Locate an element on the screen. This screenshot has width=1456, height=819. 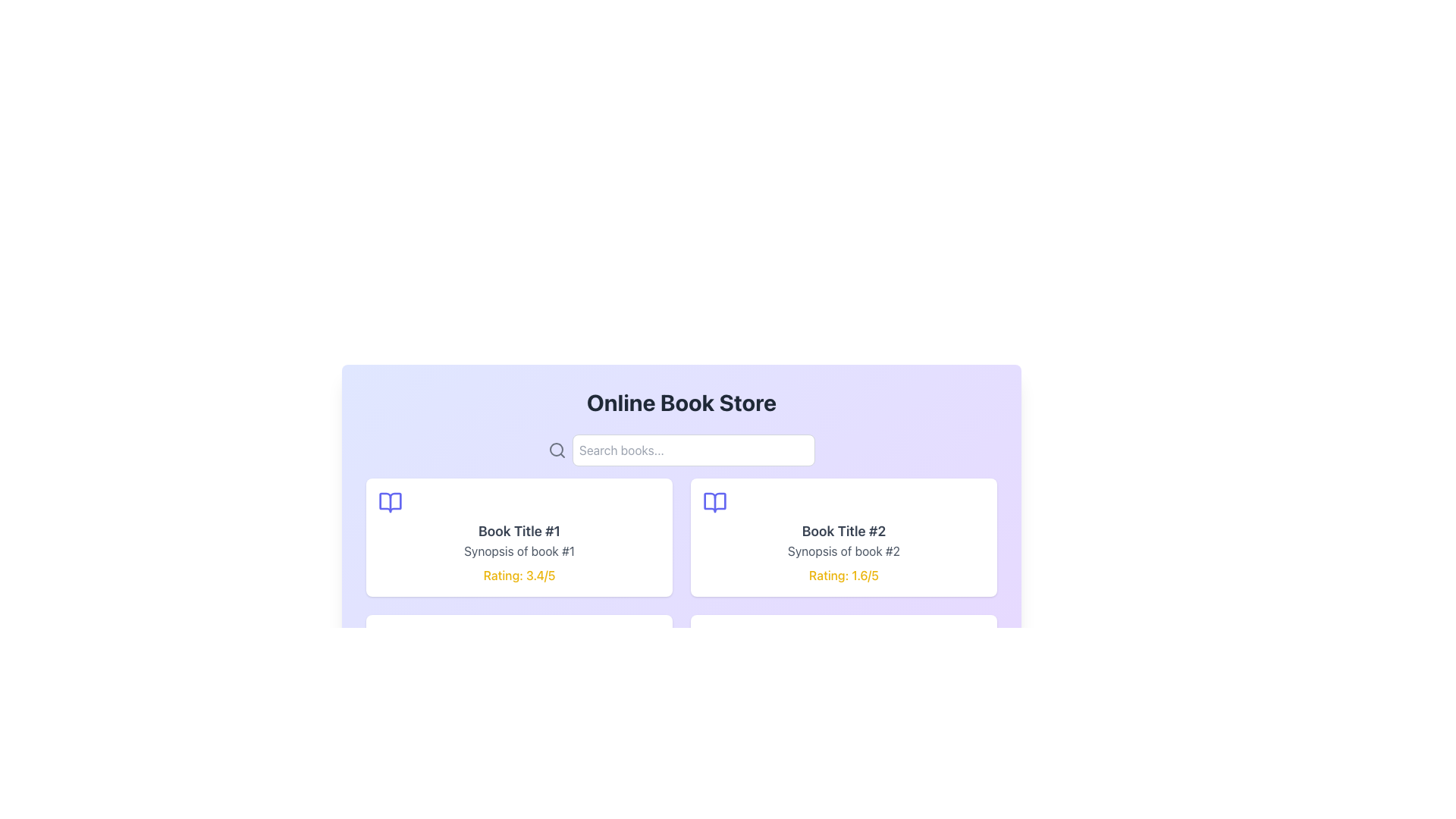
the text label 'Synopsis of book #2' which is styled in gray and located below the title 'Book Title #2' in the right-side card of a two-card layout is located at coordinates (843, 551).